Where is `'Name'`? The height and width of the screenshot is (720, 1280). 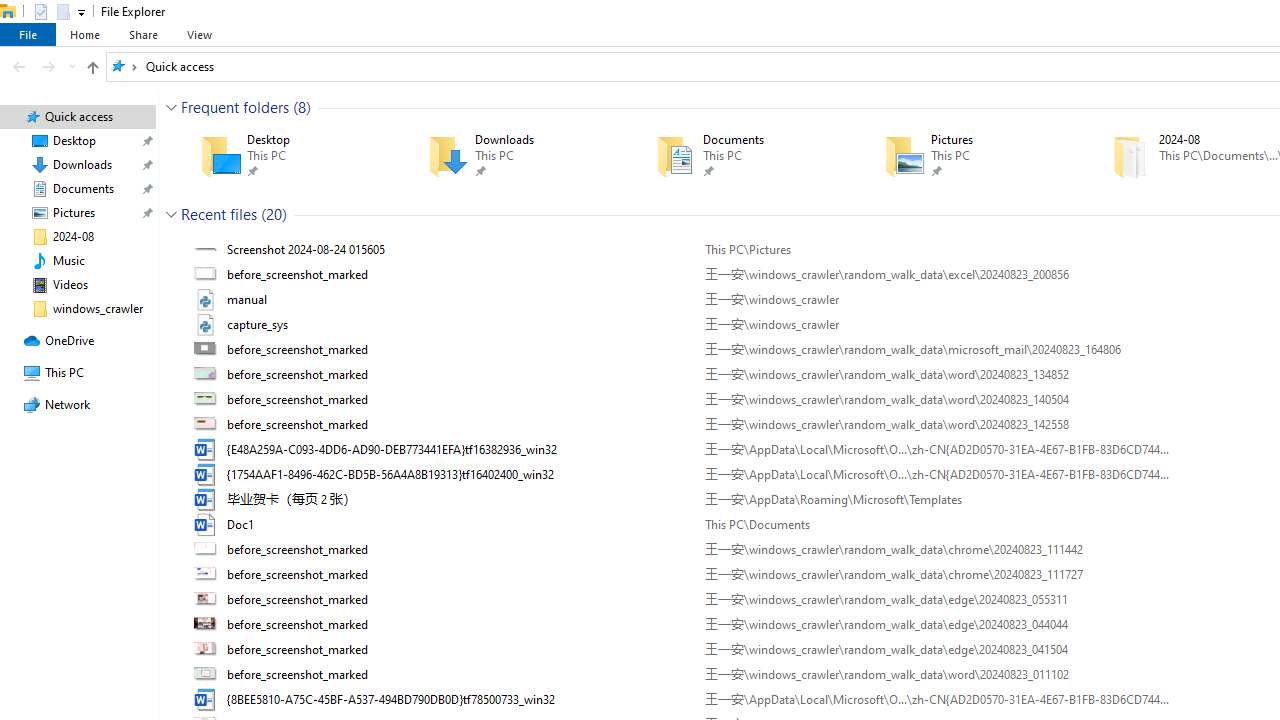 'Name' is located at coordinates (457, 698).